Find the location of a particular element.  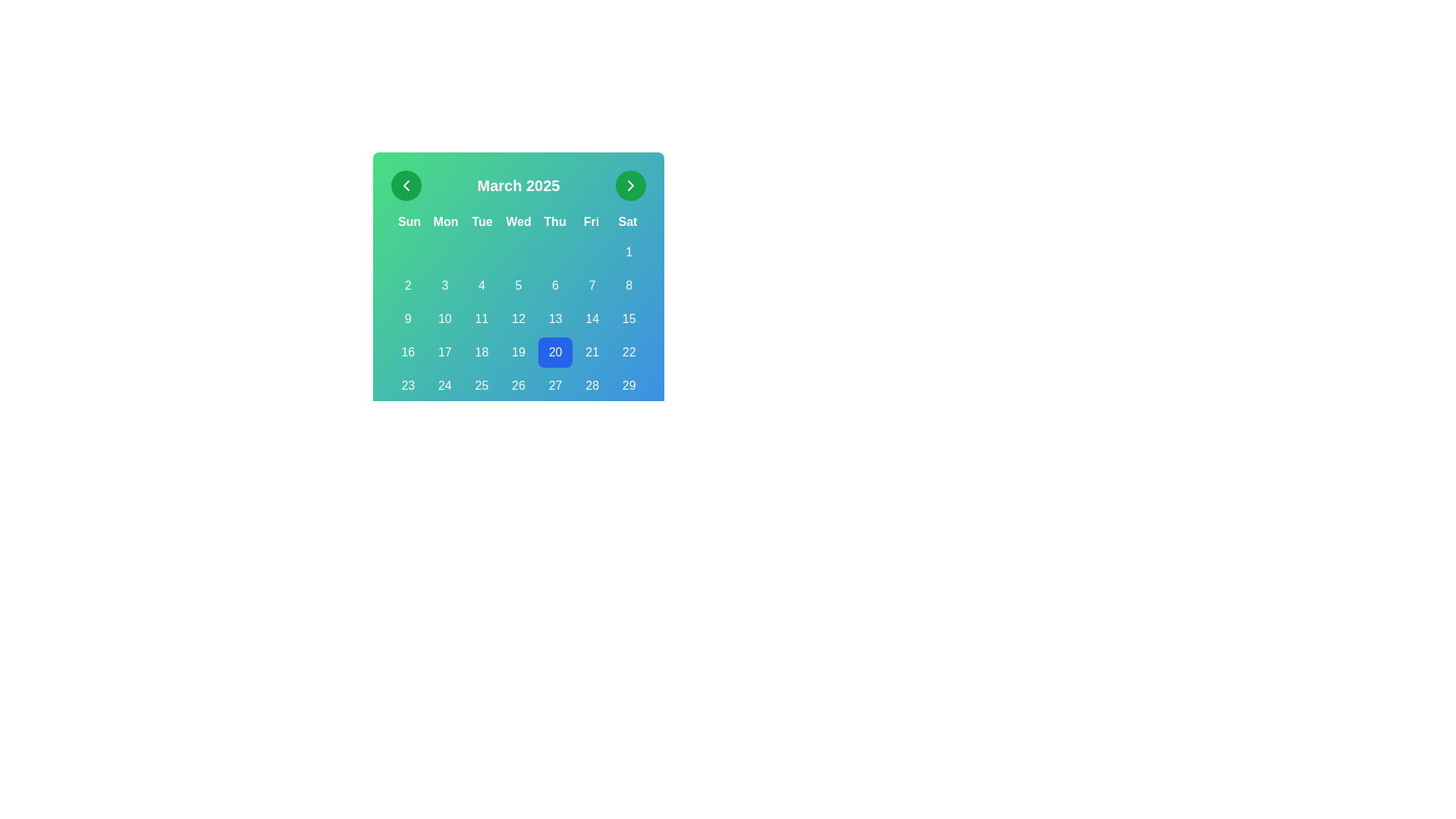

the button representing the fourth day of the month in the calendar interface to change its background color is located at coordinates (481, 286).